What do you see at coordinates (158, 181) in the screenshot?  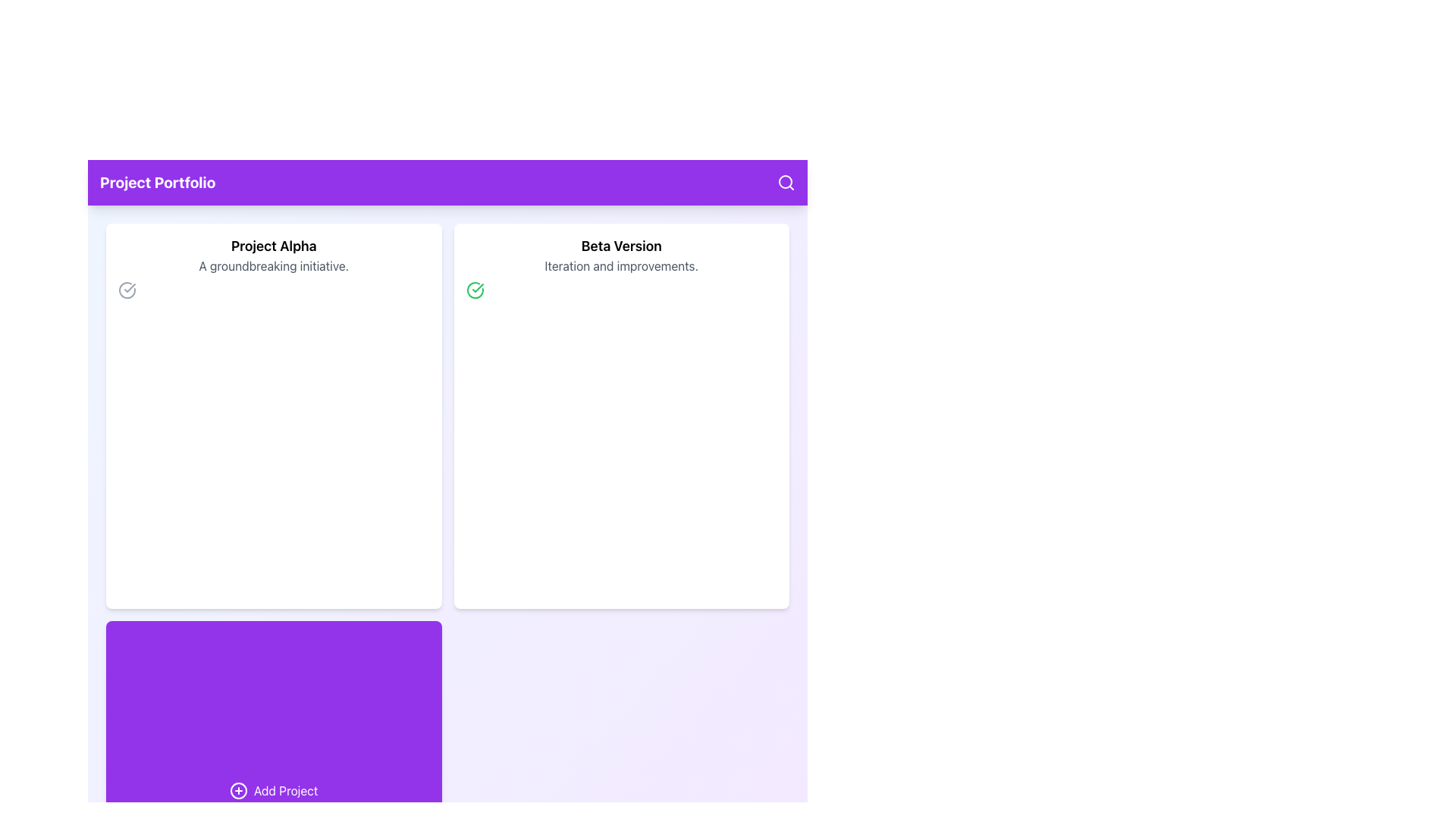 I see `text from the Text Label located in the header bar at the top left, which serves as the title for the associated interface section` at bounding box center [158, 181].